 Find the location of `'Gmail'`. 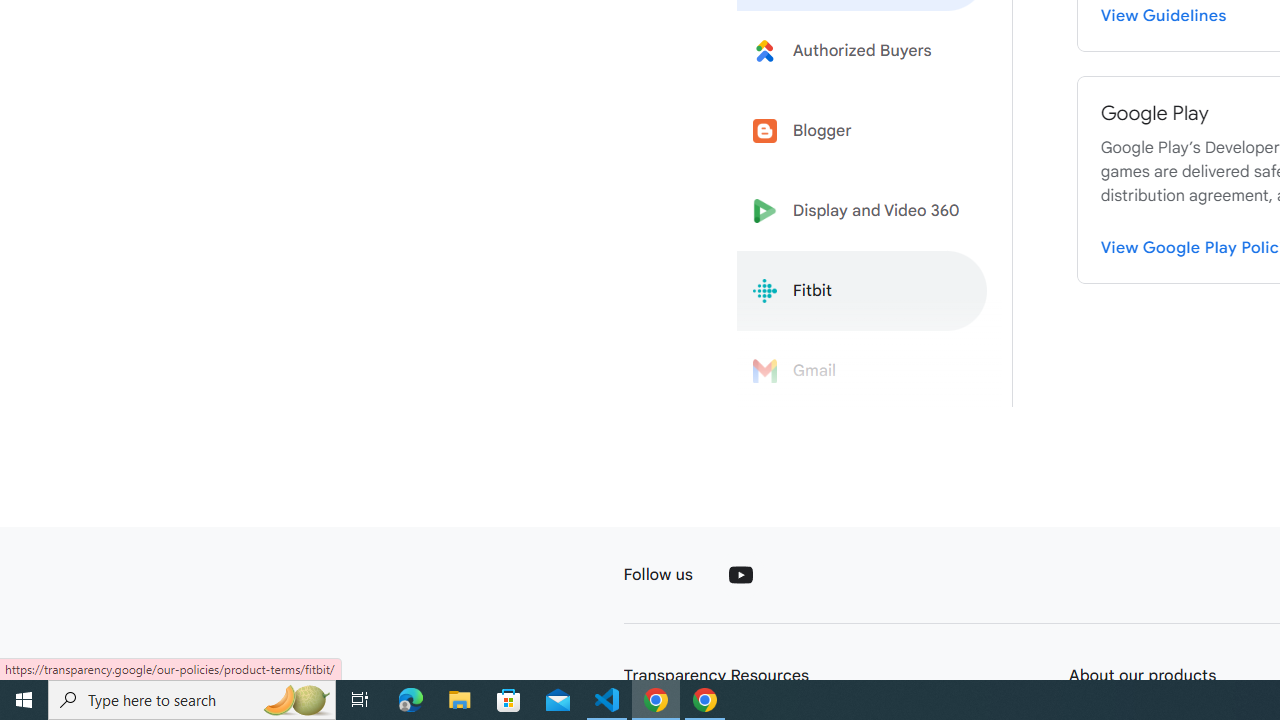

'Gmail' is located at coordinates (862, 371).